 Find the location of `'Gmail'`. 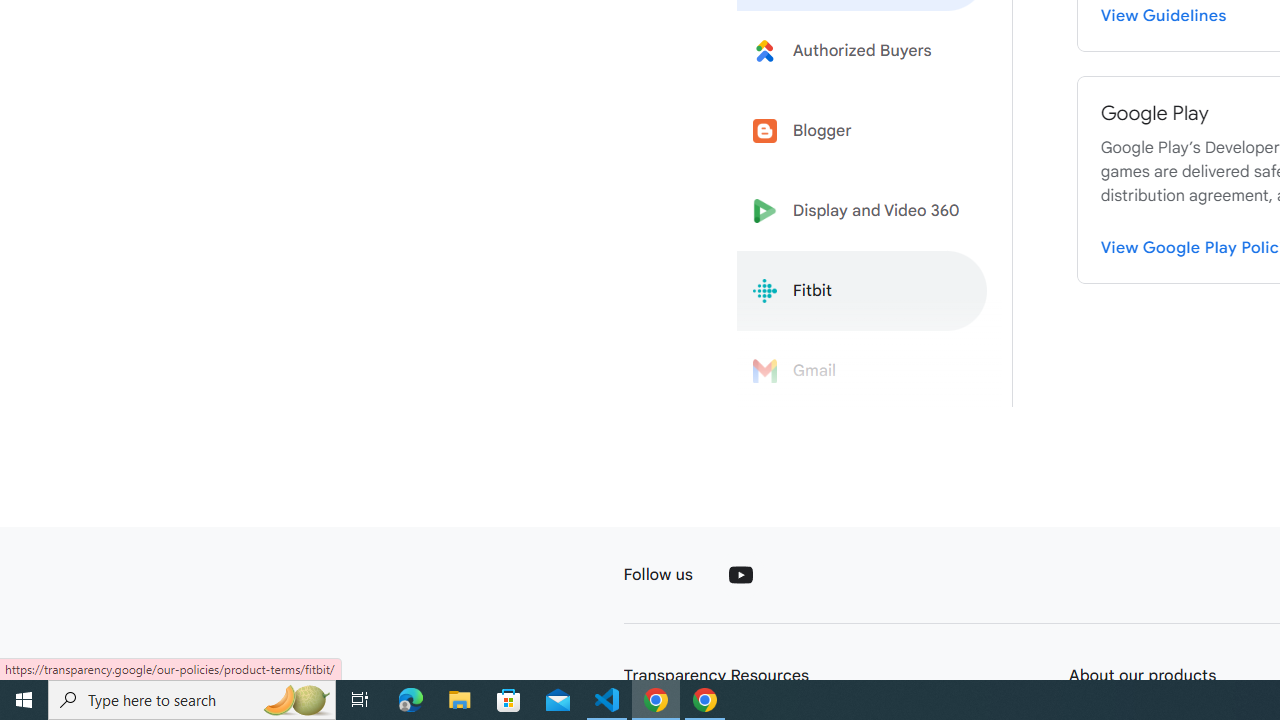

'Gmail' is located at coordinates (862, 371).